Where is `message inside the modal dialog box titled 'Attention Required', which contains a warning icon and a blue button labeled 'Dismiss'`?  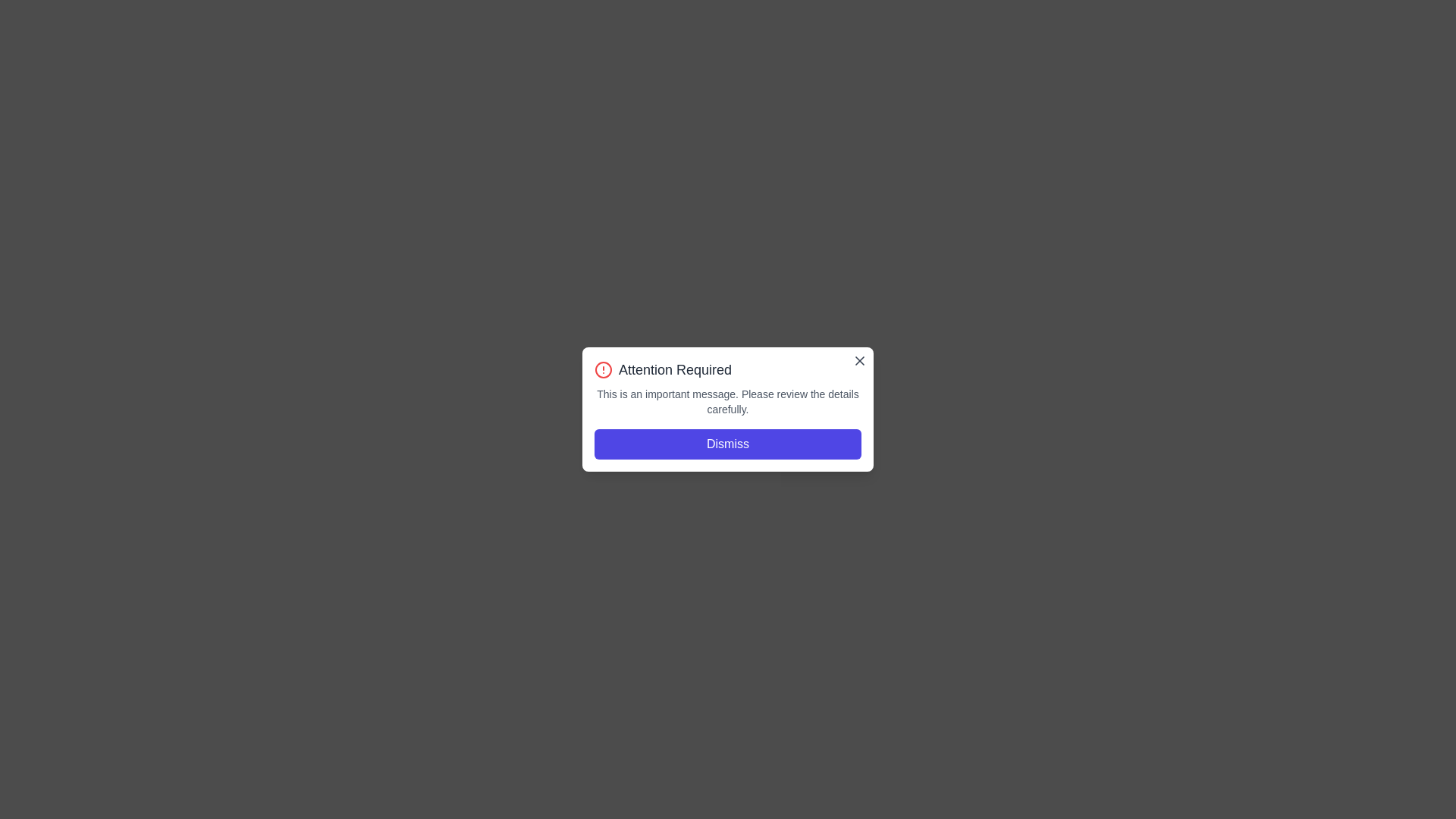 message inside the modal dialog box titled 'Attention Required', which contains a warning icon and a blue button labeled 'Dismiss' is located at coordinates (728, 409).